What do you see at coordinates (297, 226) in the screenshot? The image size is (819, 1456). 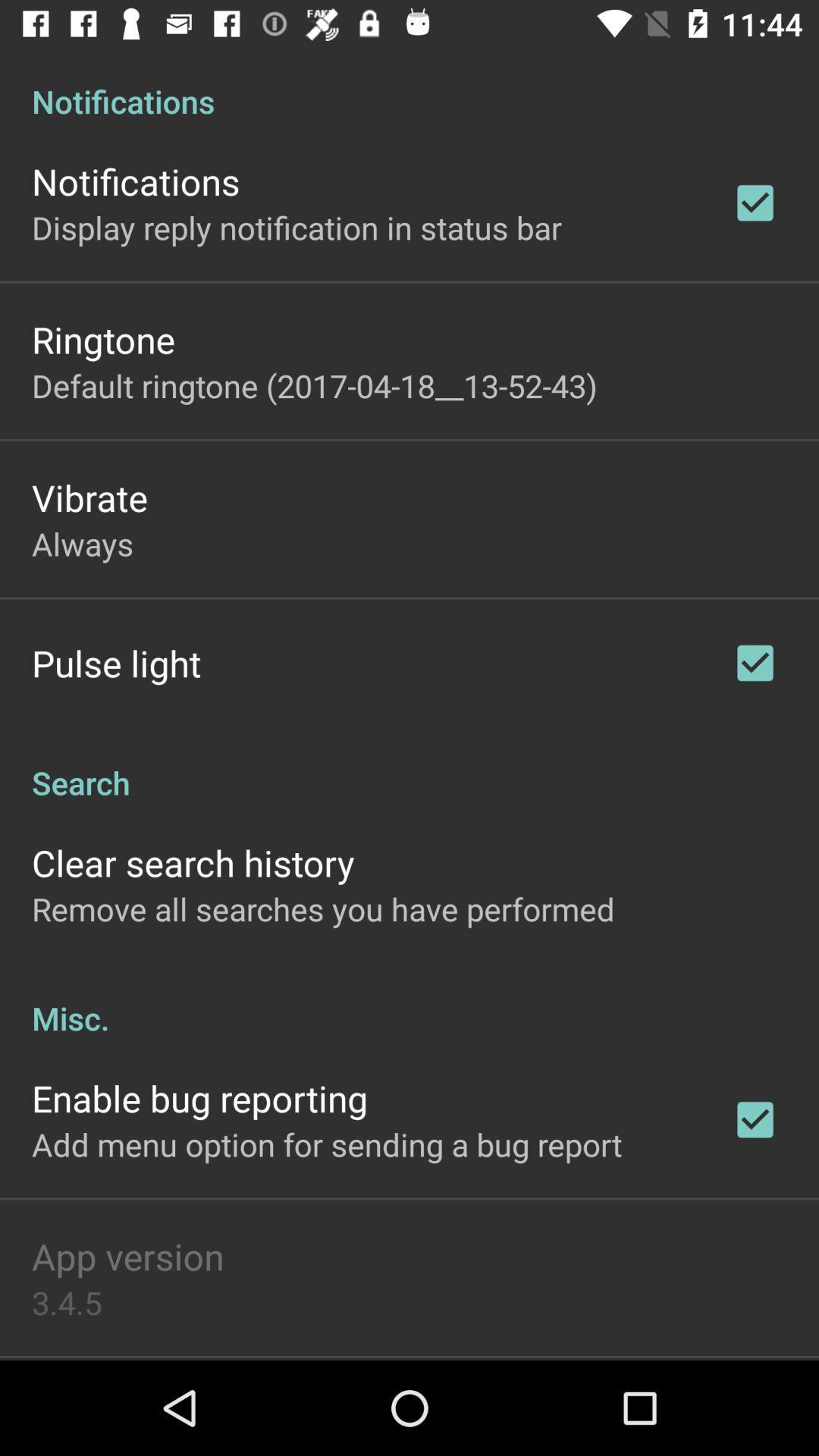 I see `the item above the ringtone` at bounding box center [297, 226].